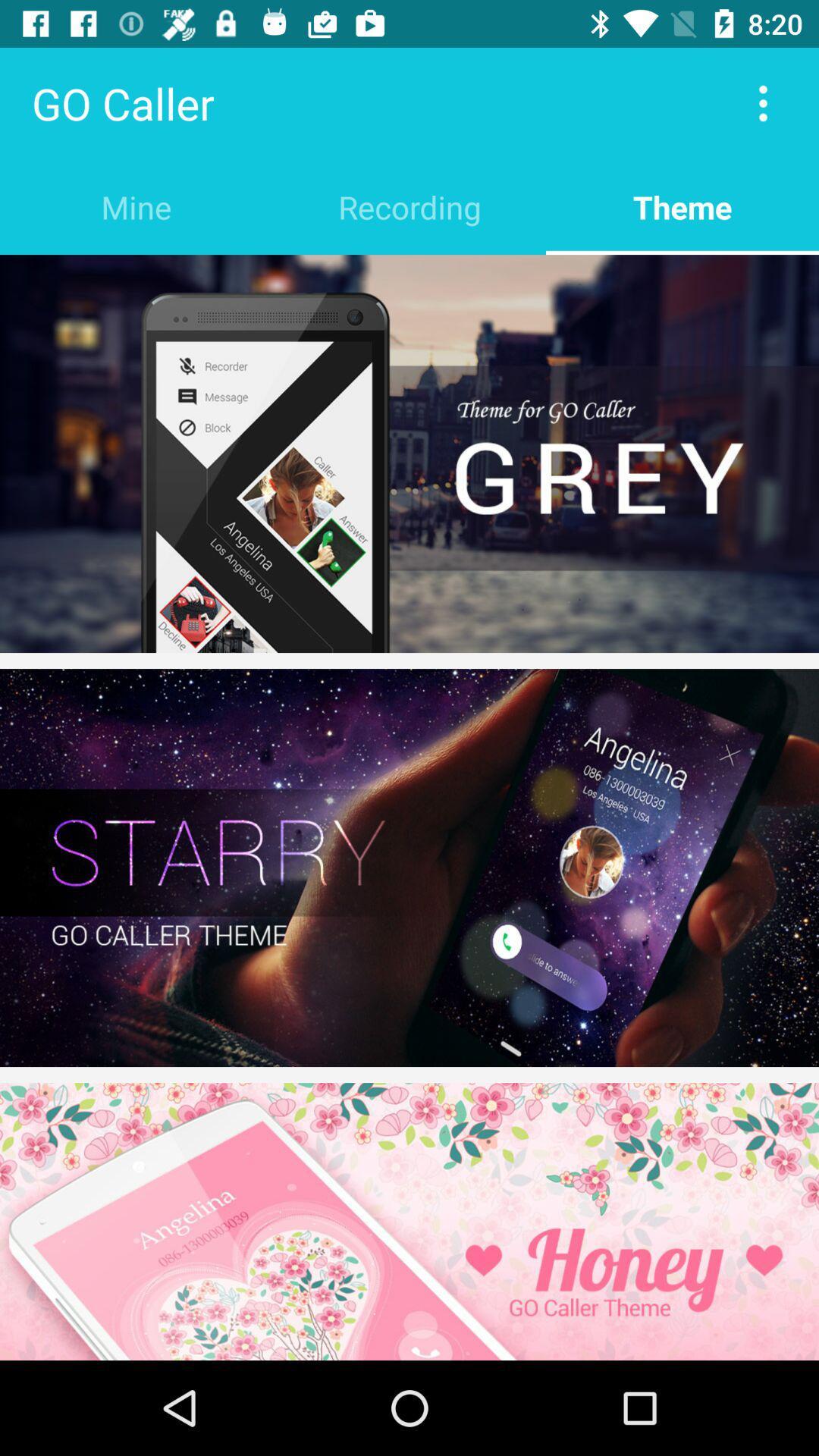  What do you see at coordinates (409, 206) in the screenshot?
I see `the item next to the mine icon` at bounding box center [409, 206].